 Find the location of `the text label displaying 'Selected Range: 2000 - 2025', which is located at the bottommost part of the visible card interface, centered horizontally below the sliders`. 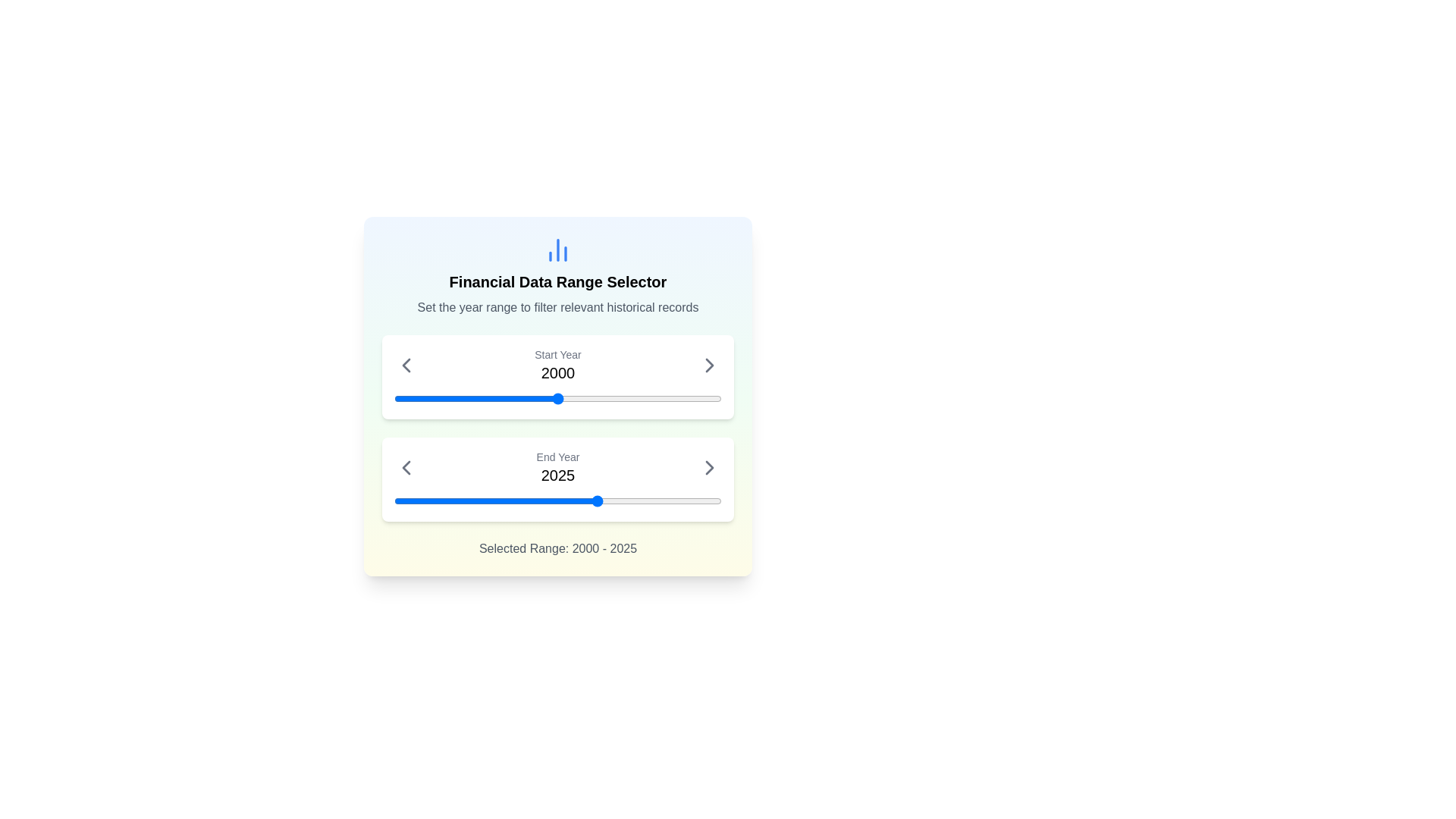

the text label displaying 'Selected Range: 2000 - 2025', which is located at the bottommost part of the visible card interface, centered horizontally below the sliders is located at coordinates (557, 549).